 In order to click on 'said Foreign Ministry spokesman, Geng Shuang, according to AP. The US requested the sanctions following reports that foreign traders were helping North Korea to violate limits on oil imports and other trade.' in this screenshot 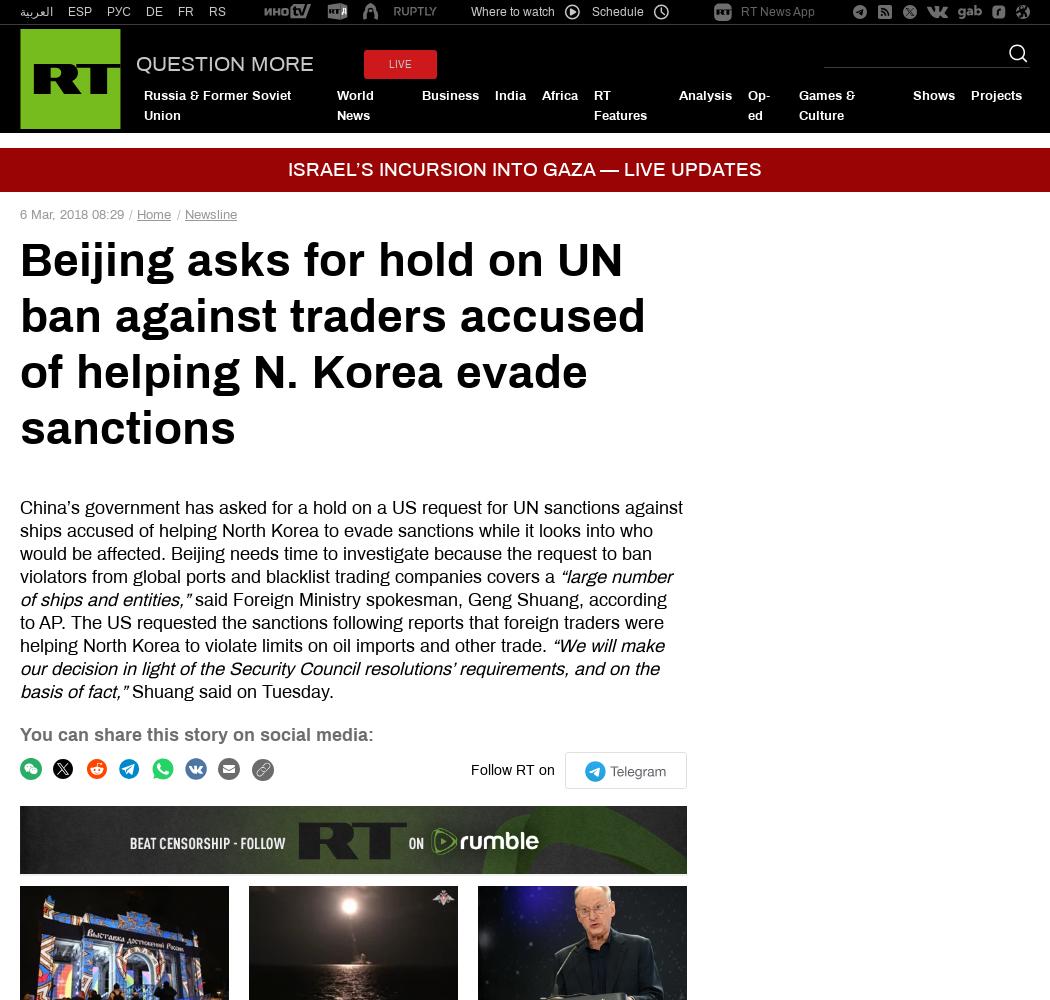, I will do `click(19, 621)`.